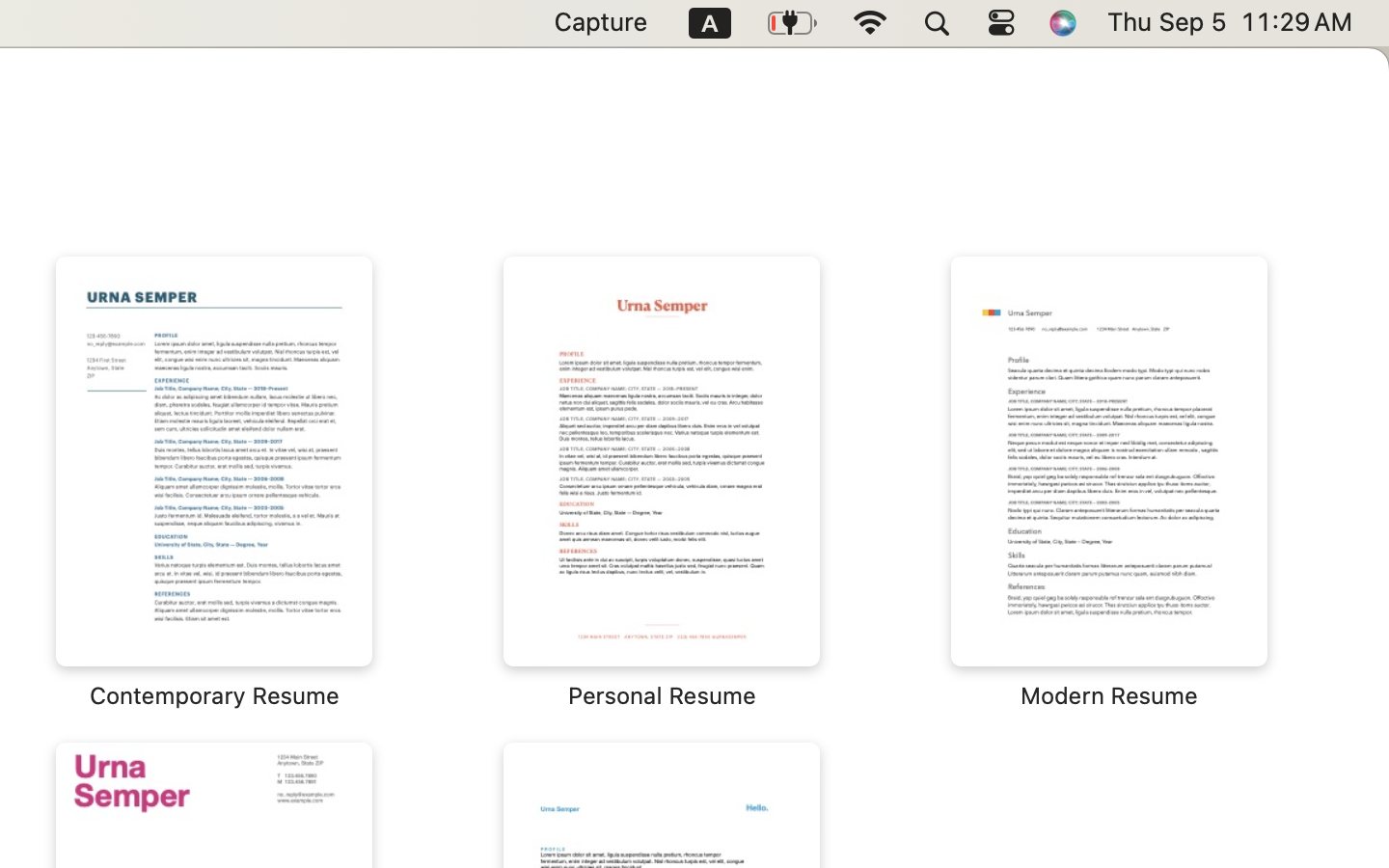 This screenshot has height=868, width=1389. What do you see at coordinates (662, 482) in the screenshot?
I see `'‎⁨Personal Resume⁩'` at bounding box center [662, 482].